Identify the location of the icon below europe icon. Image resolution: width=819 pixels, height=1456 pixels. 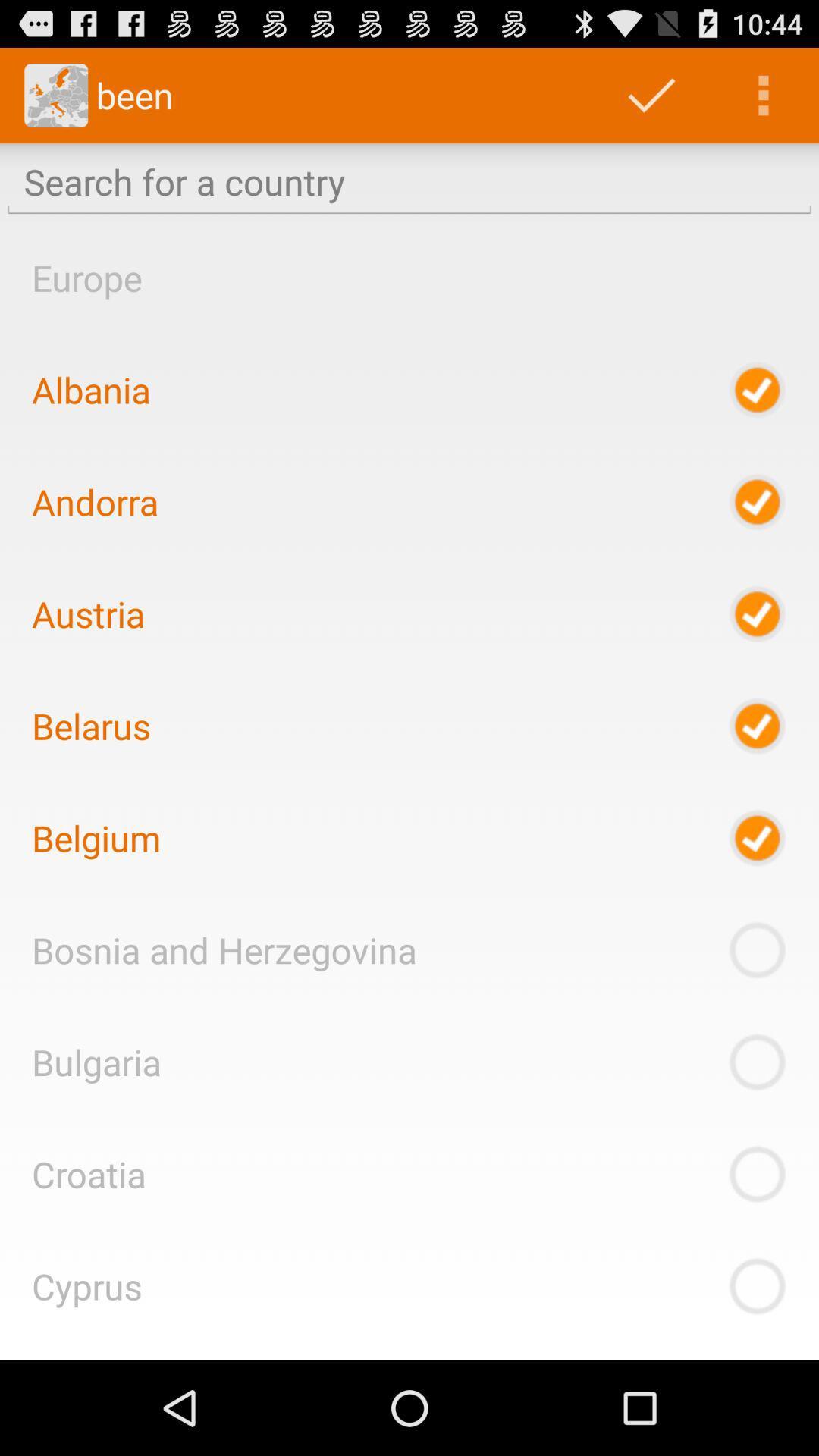
(91, 390).